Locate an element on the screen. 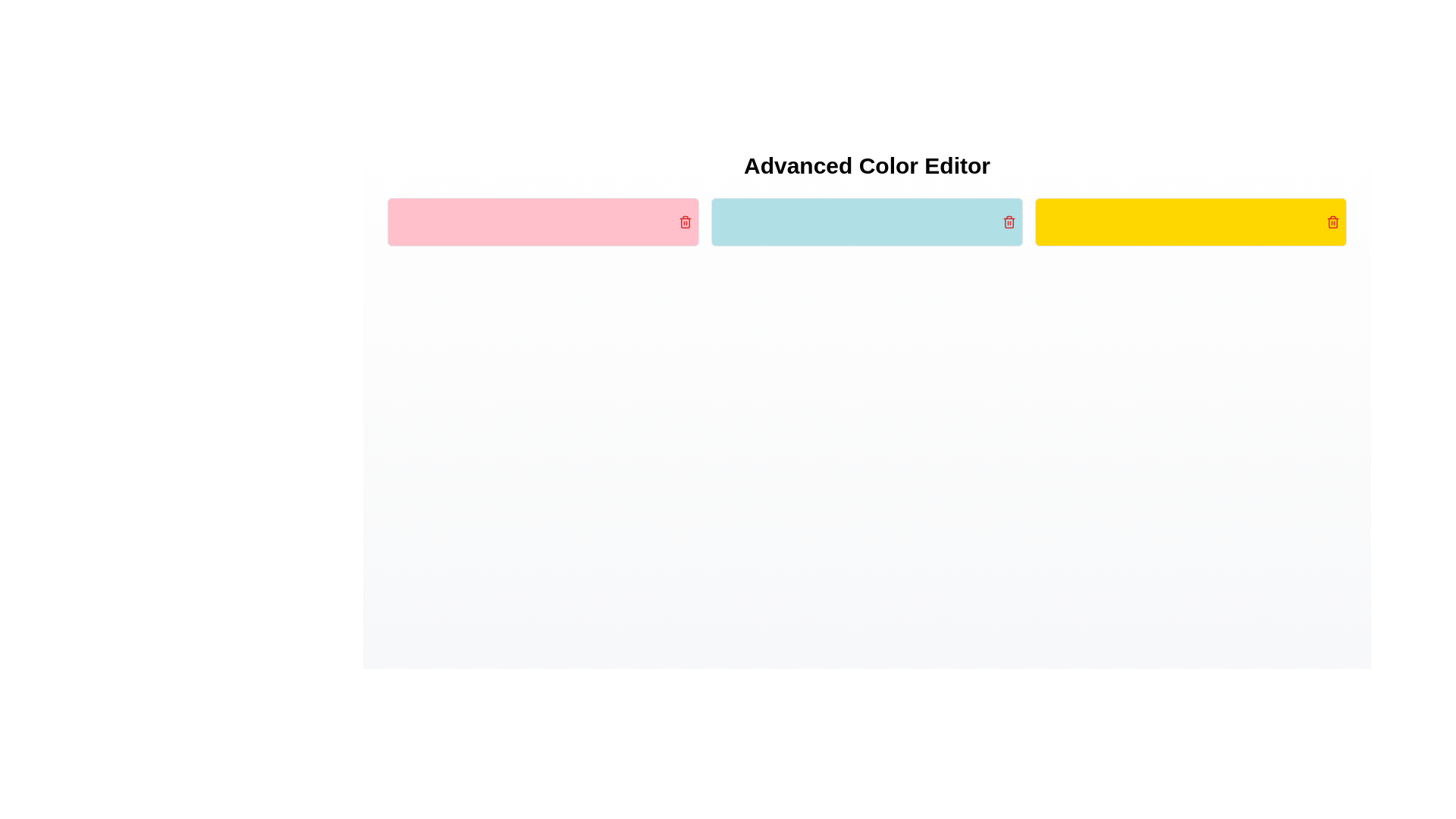 This screenshot has height=819, width=1456. the trash bin icon located at the far right of the light blue rectangular block is located at coordinates (1009, 223).